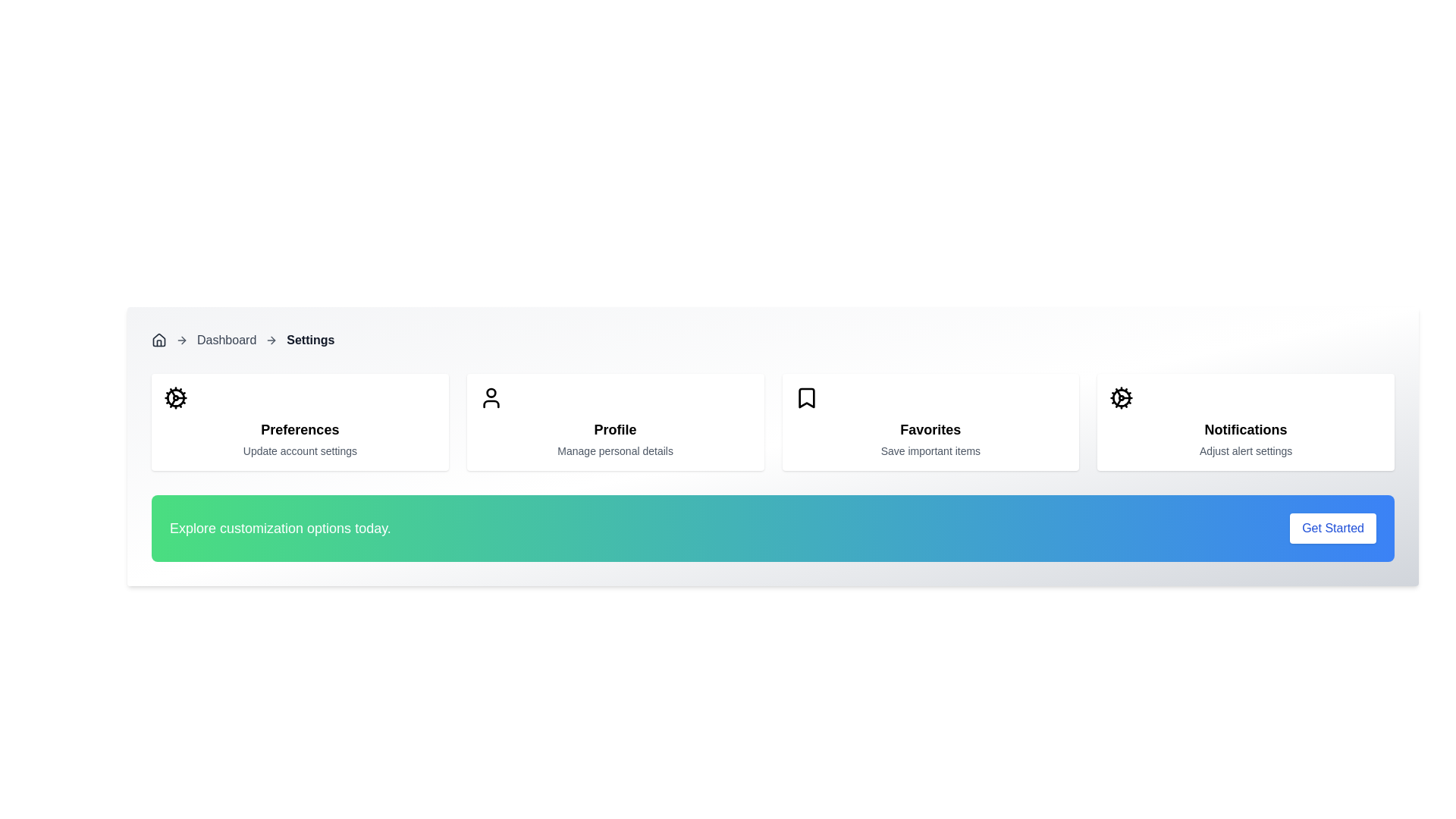 This screenshot has height=819, width=1456. Describe the element at coordinates (930, 450) in the screenshot. I see `the static text label reading 'Save important items' located within the 'Favorites' card, positioned below the title 'Favorites'` at that location.